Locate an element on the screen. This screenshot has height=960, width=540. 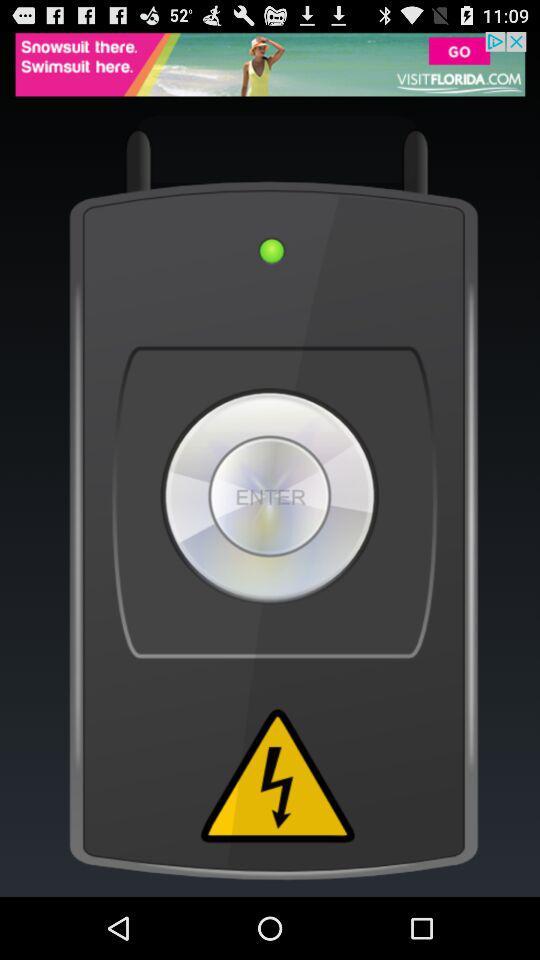
advertisement banner is located at coordinates (270, 64).